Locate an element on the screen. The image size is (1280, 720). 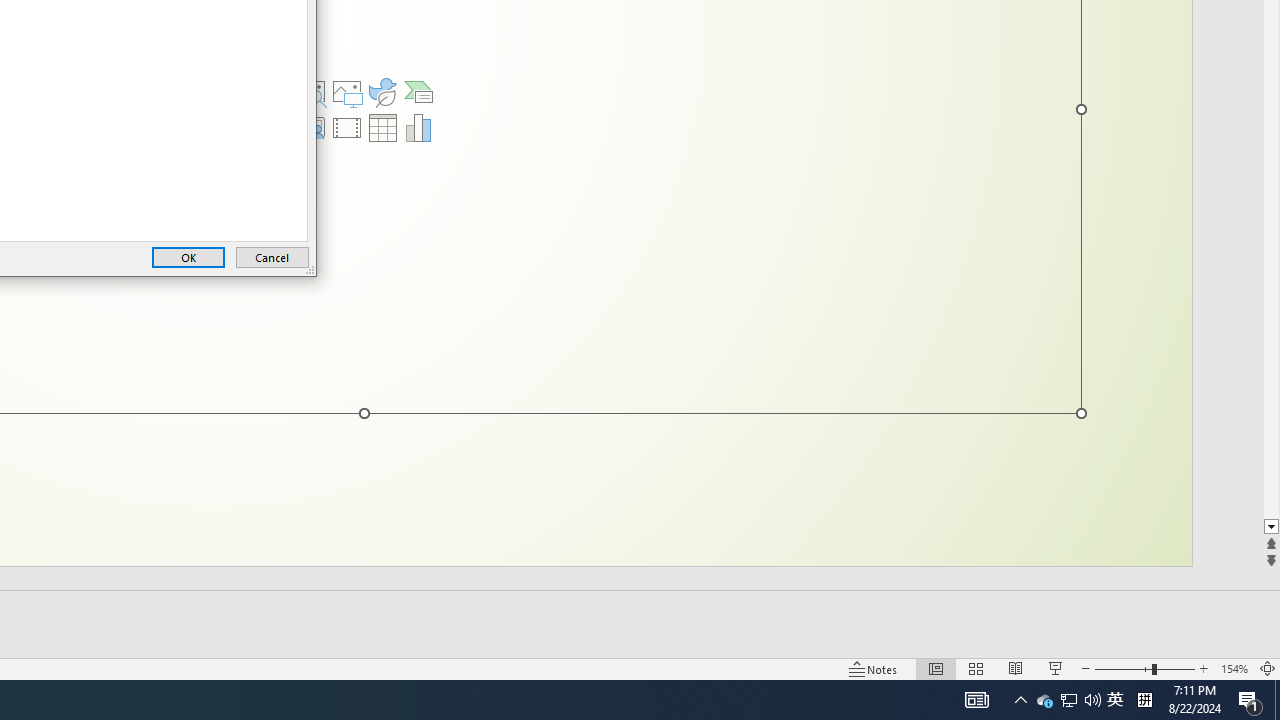
'Insert an Icon' is located at coordinates (383, 92).